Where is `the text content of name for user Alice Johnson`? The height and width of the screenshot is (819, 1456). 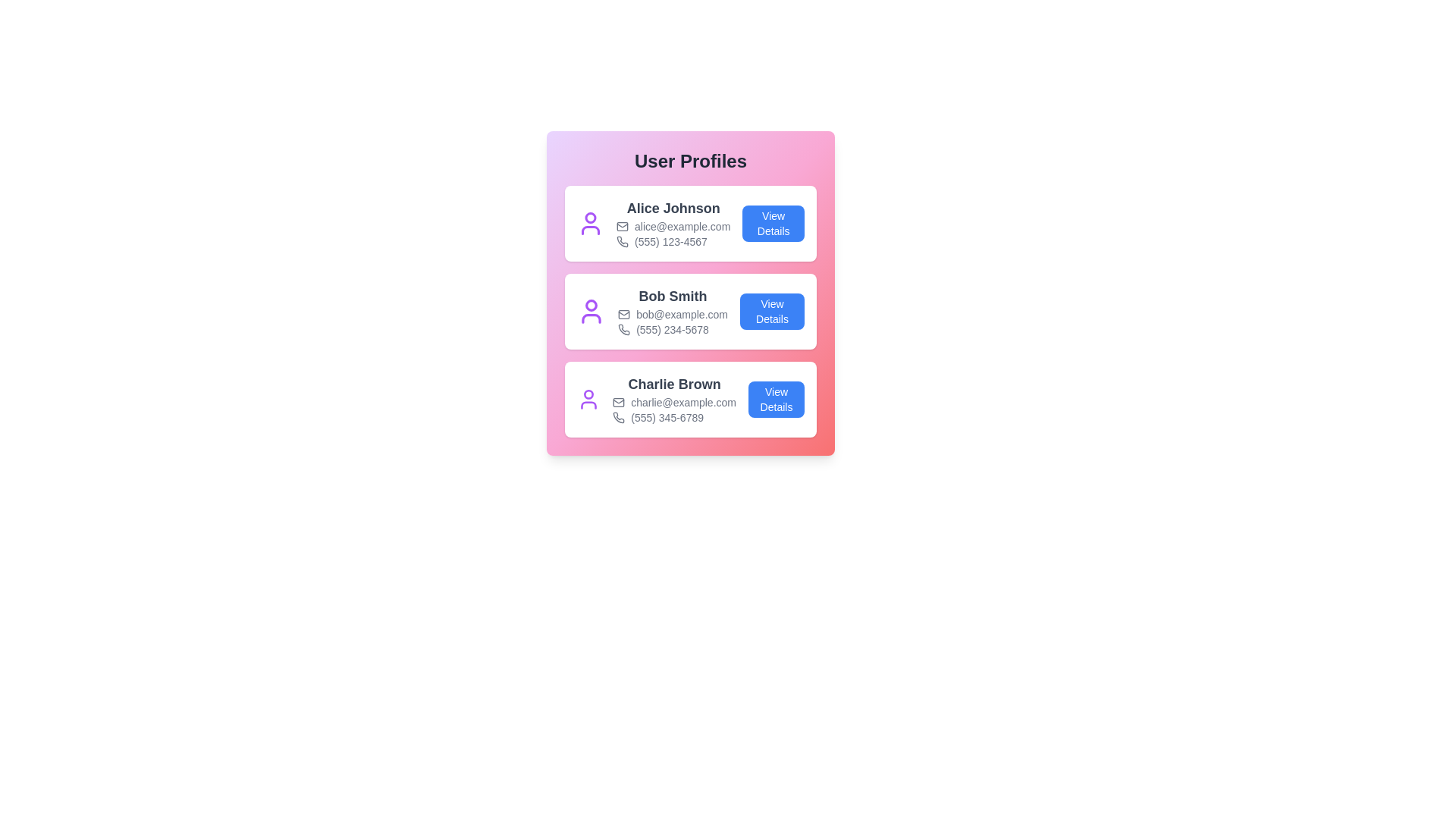
the text content of name for user Alice Johnson is located at coordinates (673, 208).